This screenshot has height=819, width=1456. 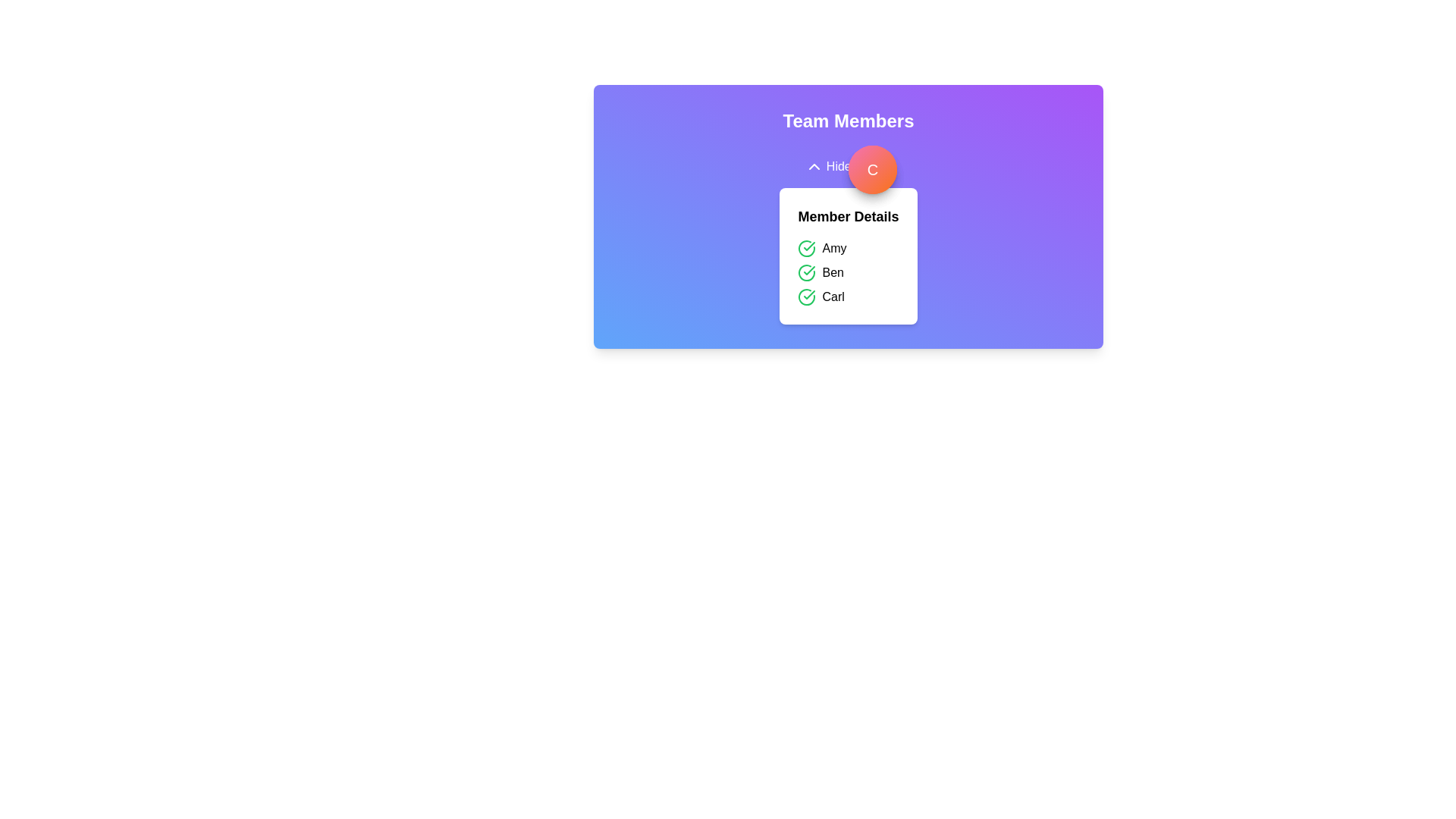 I want to click on the decorative text label positioned to the right of character 'A' and left of the third character in the circular gradient component, located near the top center of the 'Team Members' panel, so click(x=873, y=169).